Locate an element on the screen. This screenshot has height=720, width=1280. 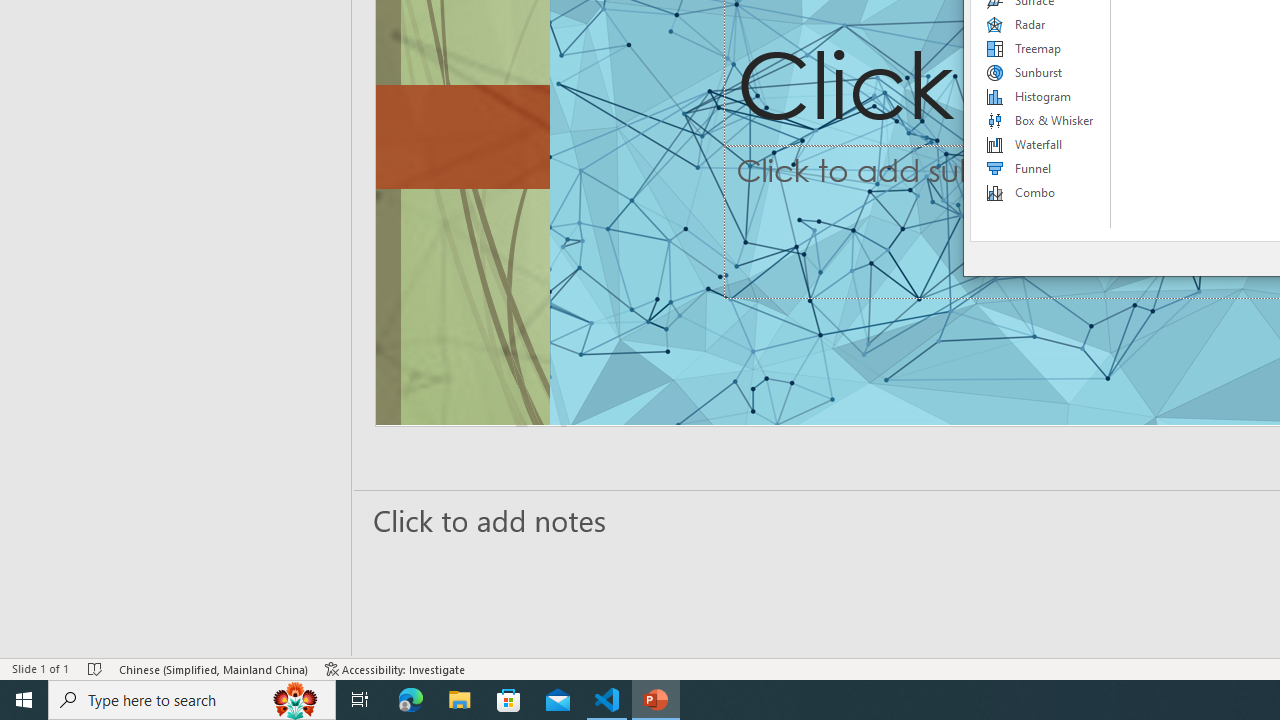
'Sunburst' is located at coordinates (1040, 72).